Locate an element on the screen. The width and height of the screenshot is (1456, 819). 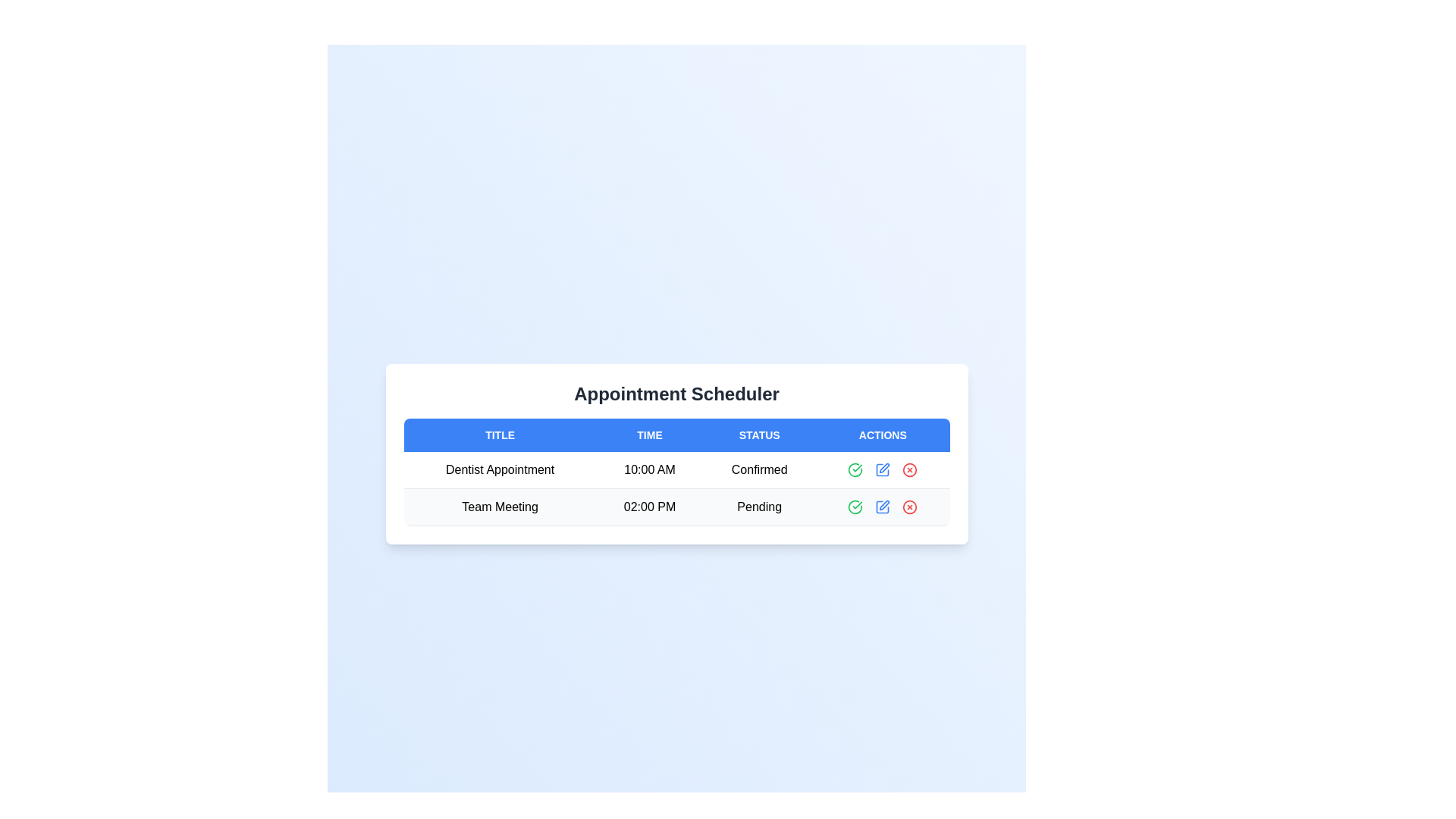
the SVG Circle Icon in the 'Actions' column of the first row under 'Appointment Scheduler' is located at coordinates (910, 469).